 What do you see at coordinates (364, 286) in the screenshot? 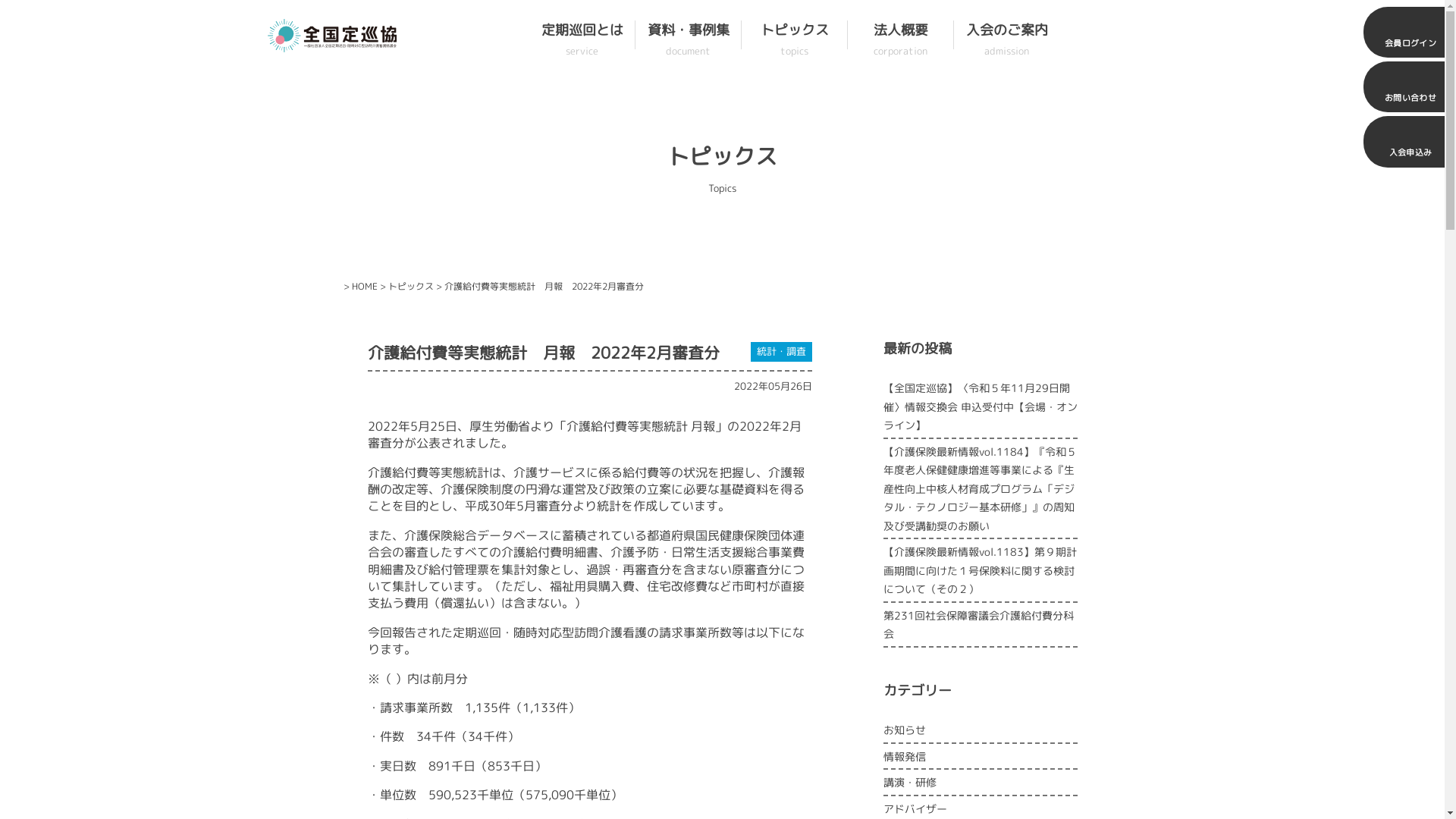
I see `'HOME'` at bounding box center [364, 286].